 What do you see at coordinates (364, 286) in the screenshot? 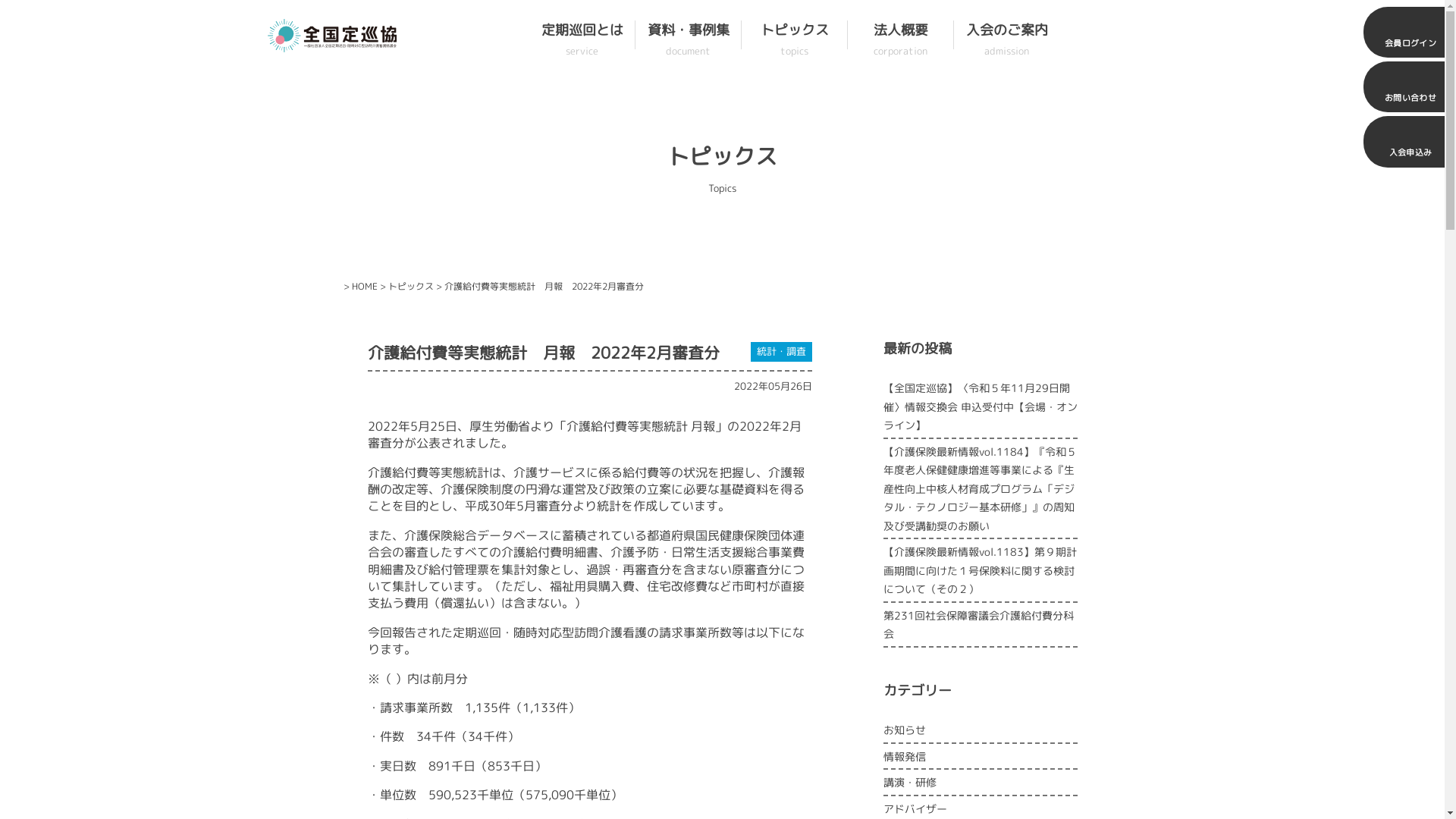
I see `'HOME'` at bounding box center [364, 286].